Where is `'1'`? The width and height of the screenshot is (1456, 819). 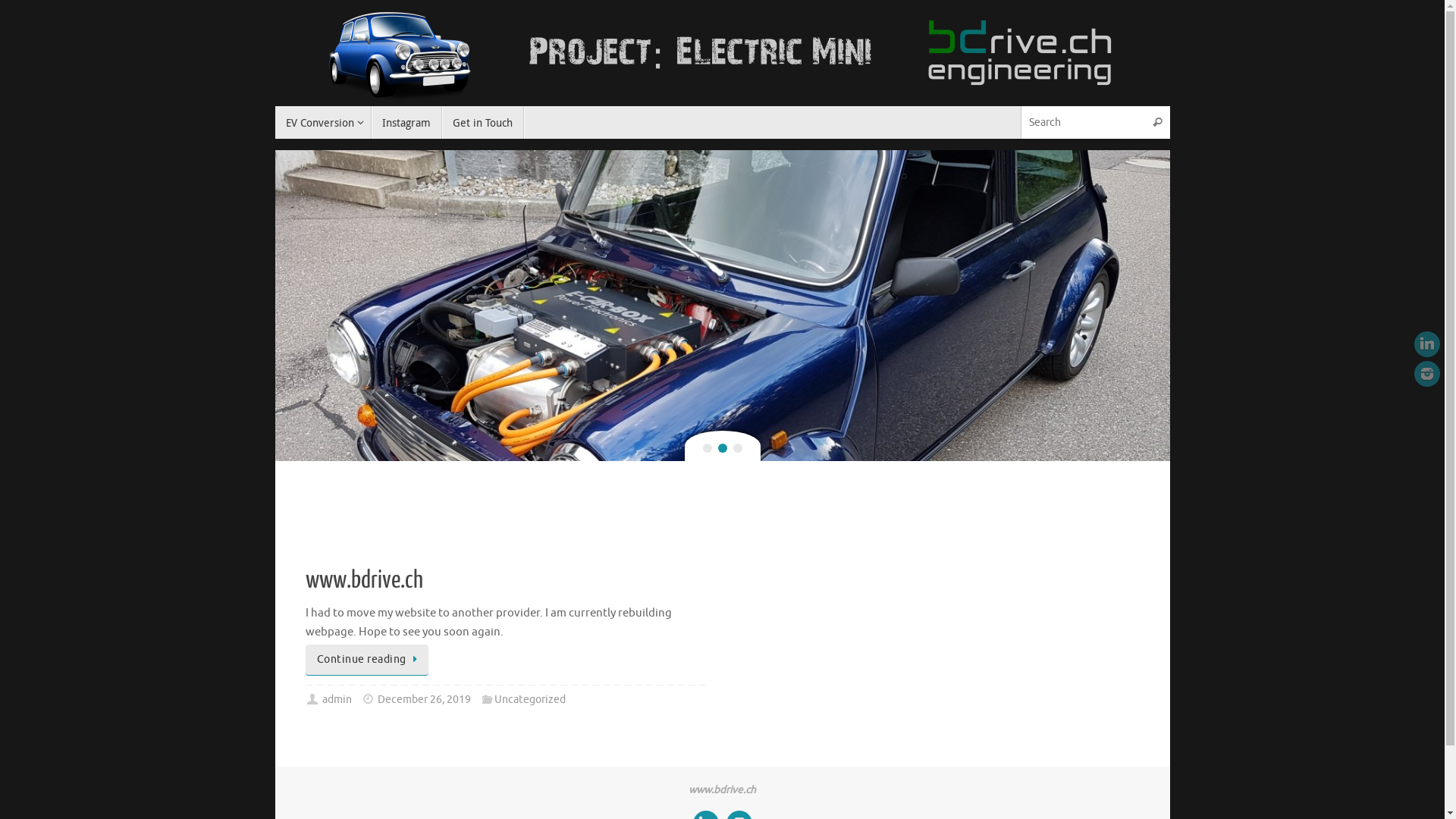 '1' is located at coordinates (701, 447).